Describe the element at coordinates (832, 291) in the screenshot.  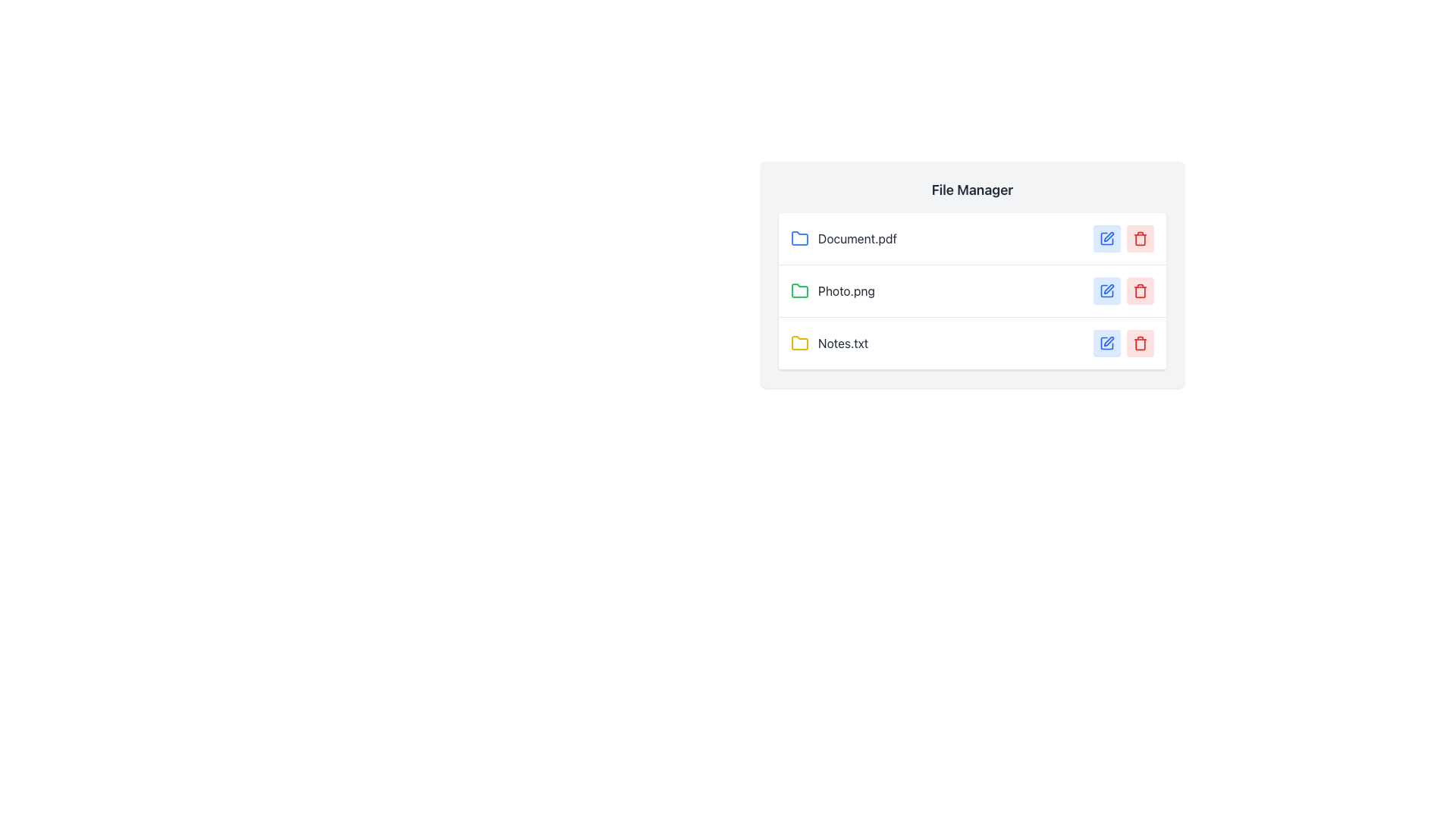
I see `the label of the file named 'Photo.png' in the file management interface` at that location.